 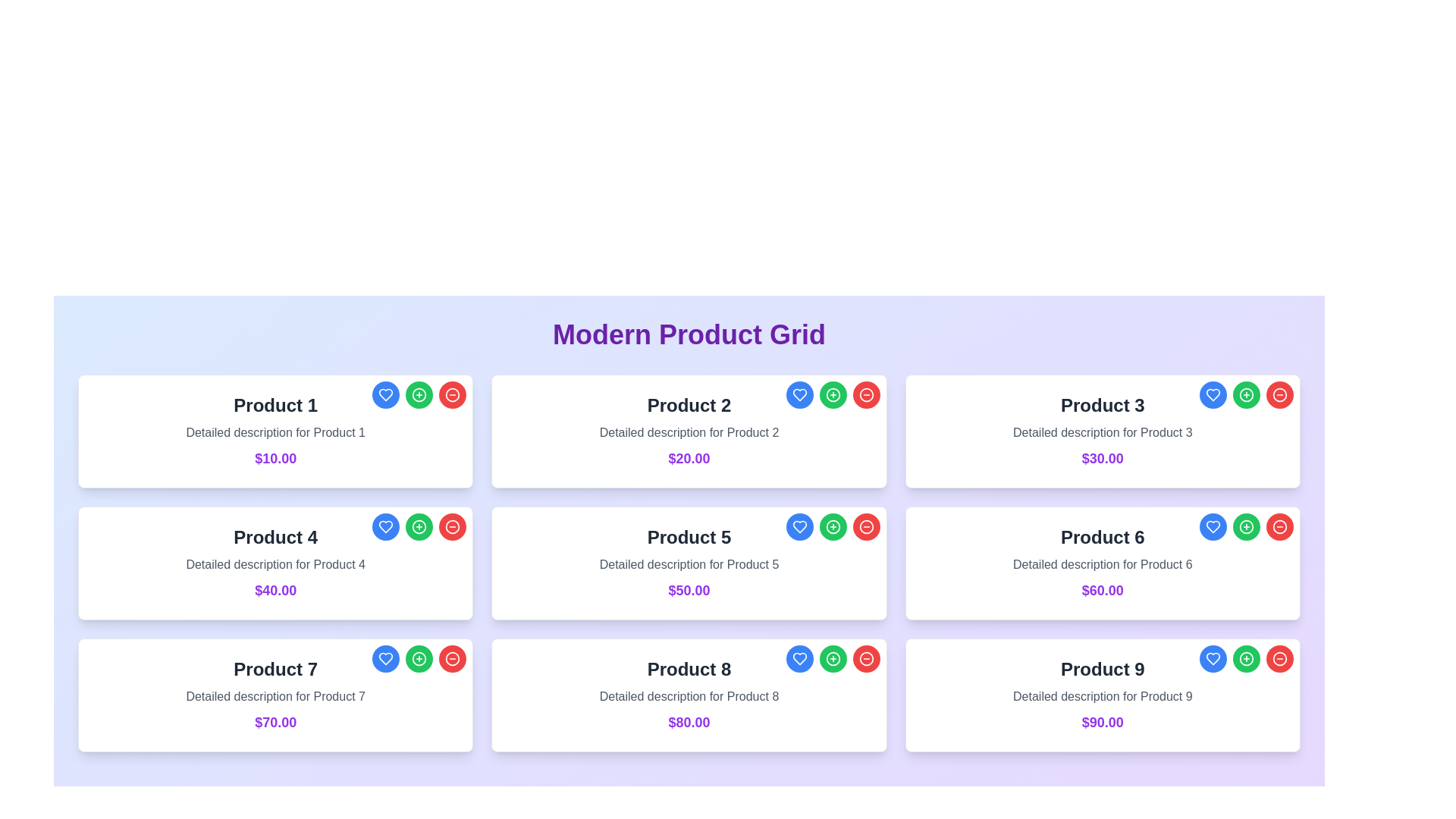 What do you see at coordinates (1211, 394) in the screenshot?
I see `the leftmost favorite button in the top-right corner of the card for 'Product 3'` at bounding box center [1211, 394].